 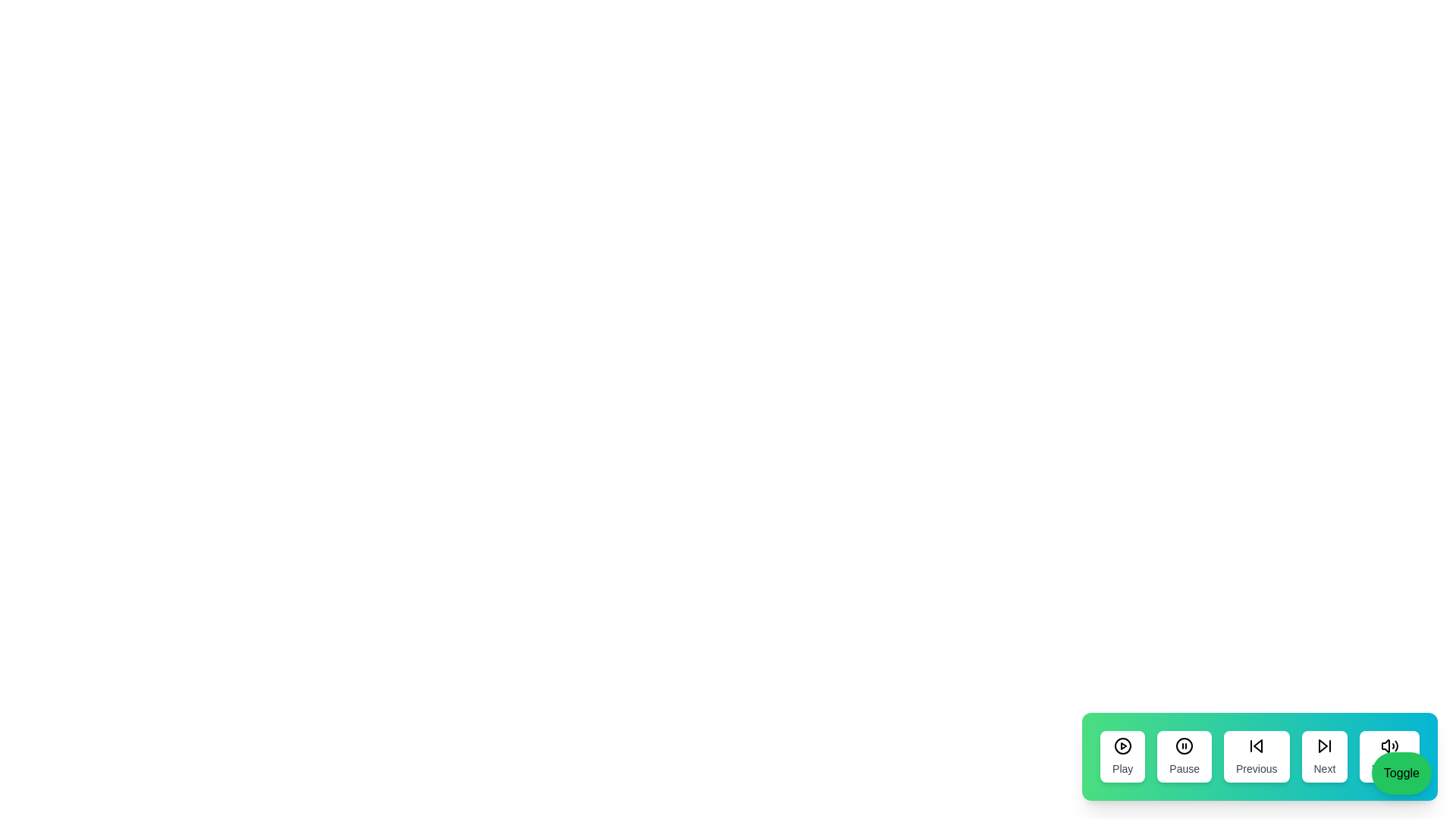 I want to click on the 'Toggle' button to change the visibility of the control panel, so click(x=1401, y=773).